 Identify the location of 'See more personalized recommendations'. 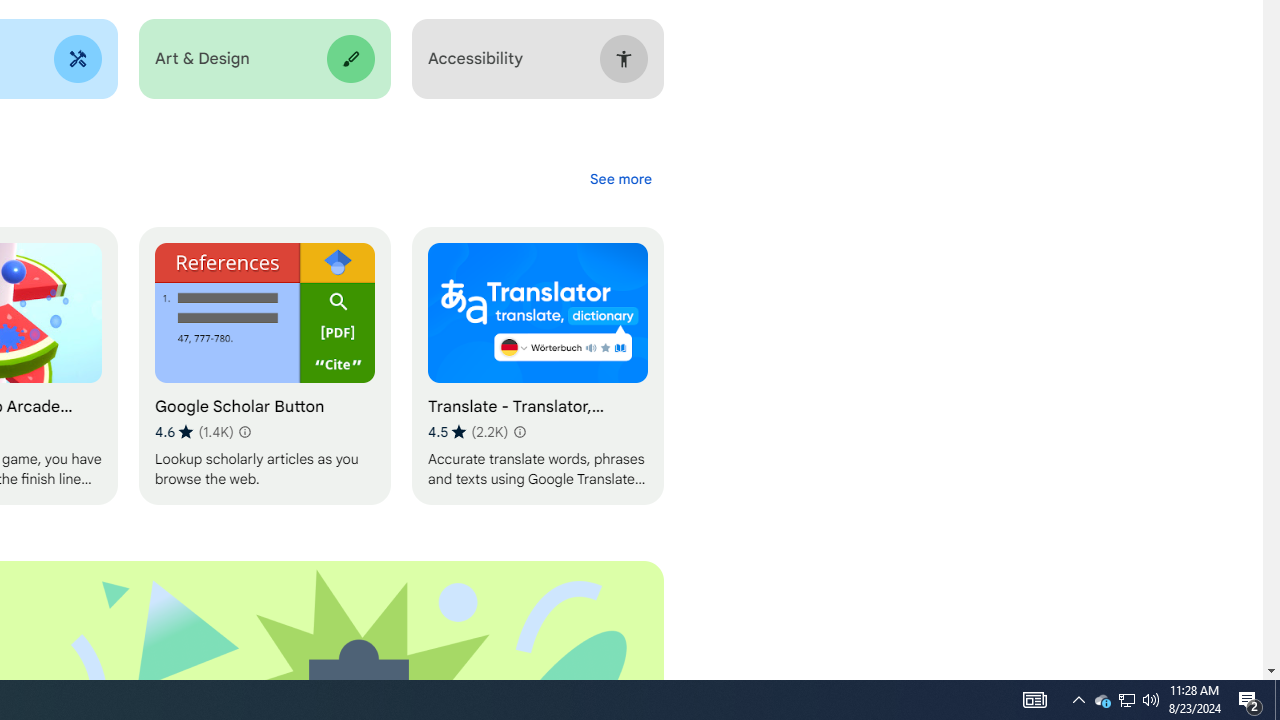
(619, 178).